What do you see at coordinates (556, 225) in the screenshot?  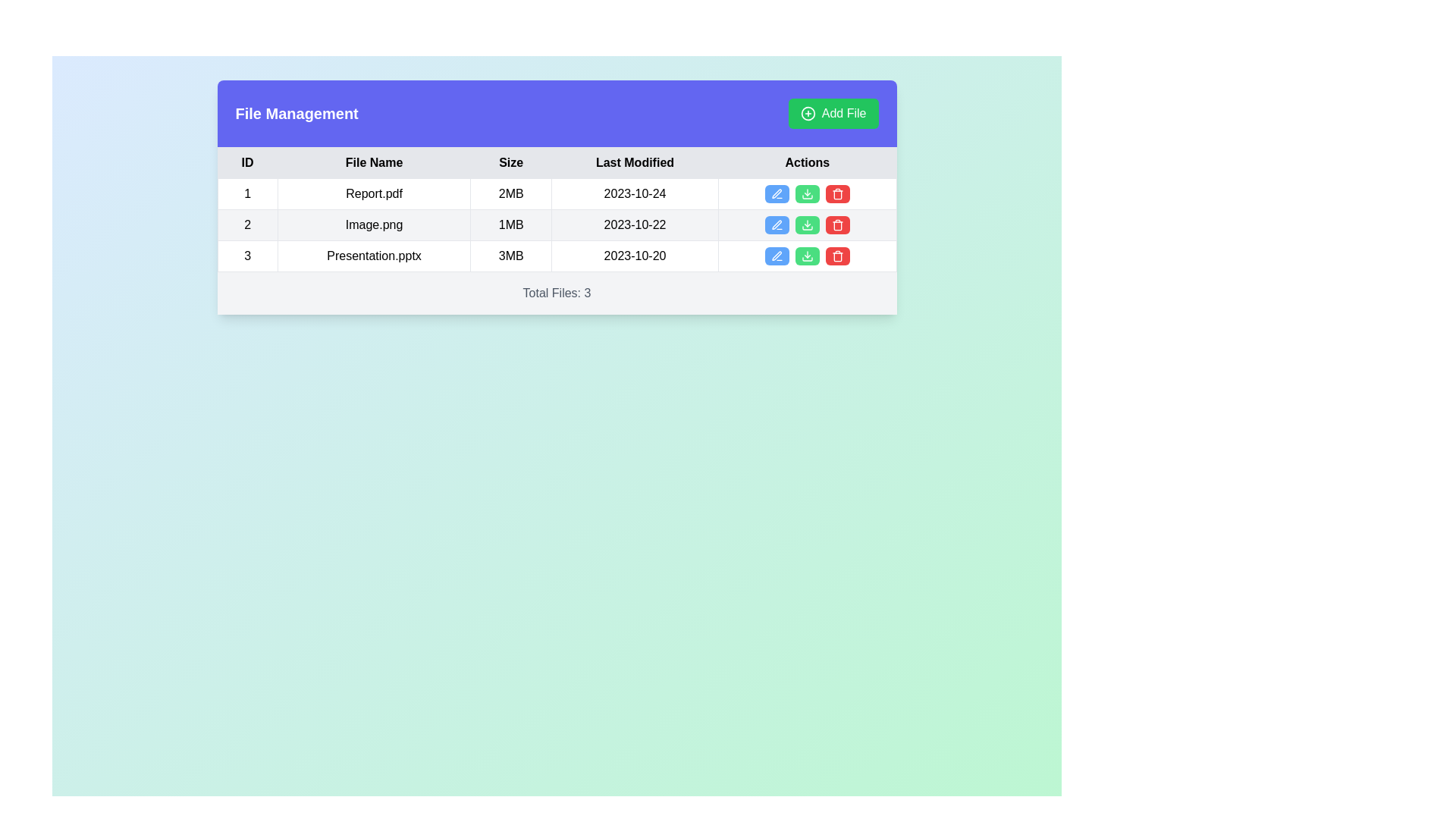 I see `the second table row that displays details about the file 'Image.png'` at bounding box center [556, 225].